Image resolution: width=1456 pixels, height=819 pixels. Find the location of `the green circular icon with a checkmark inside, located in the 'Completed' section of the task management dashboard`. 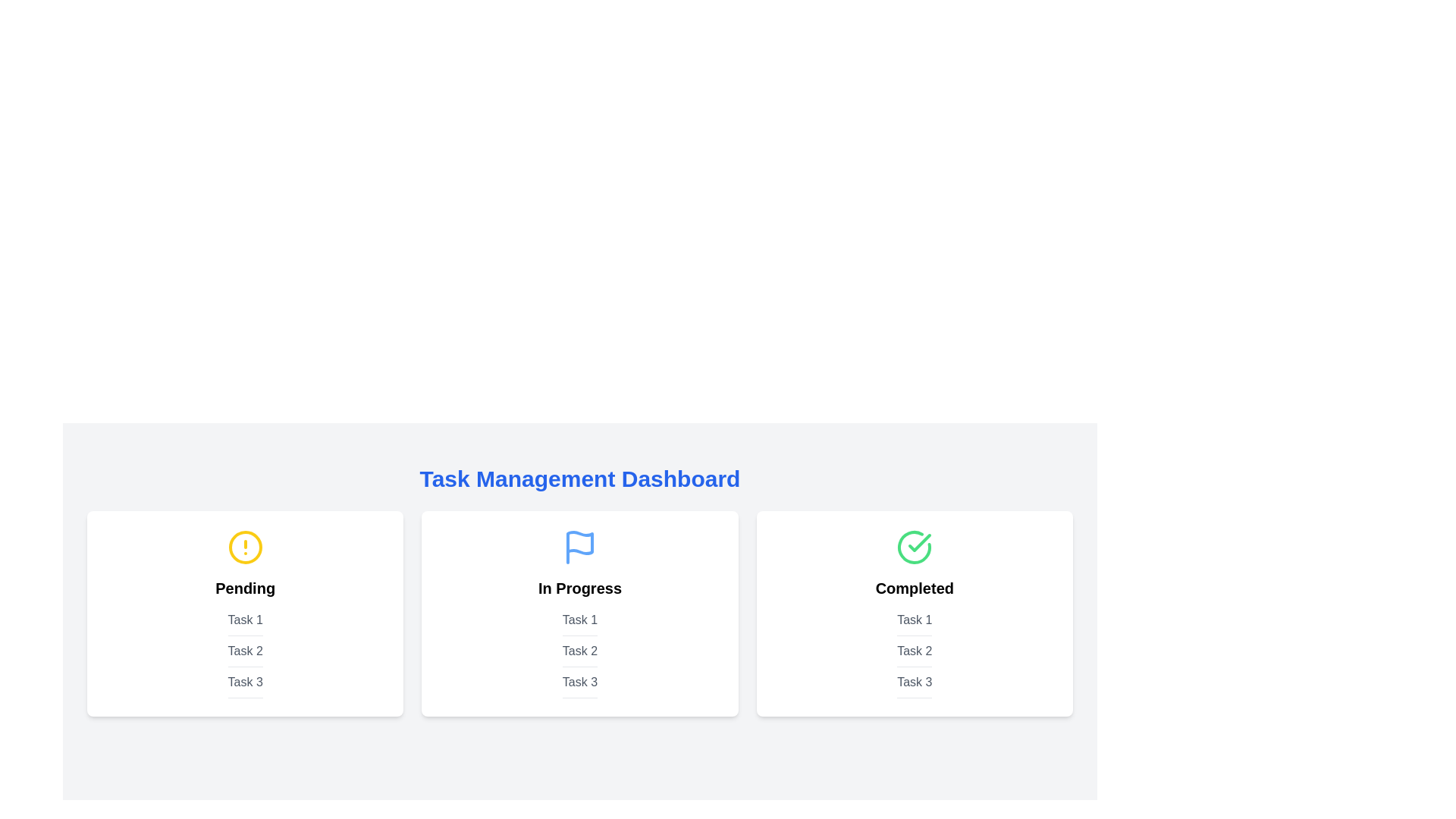

the green circular icon with a checkmark inside, located in the 'Completed' section of the task management dashboard is located at coordinates (914, 547).